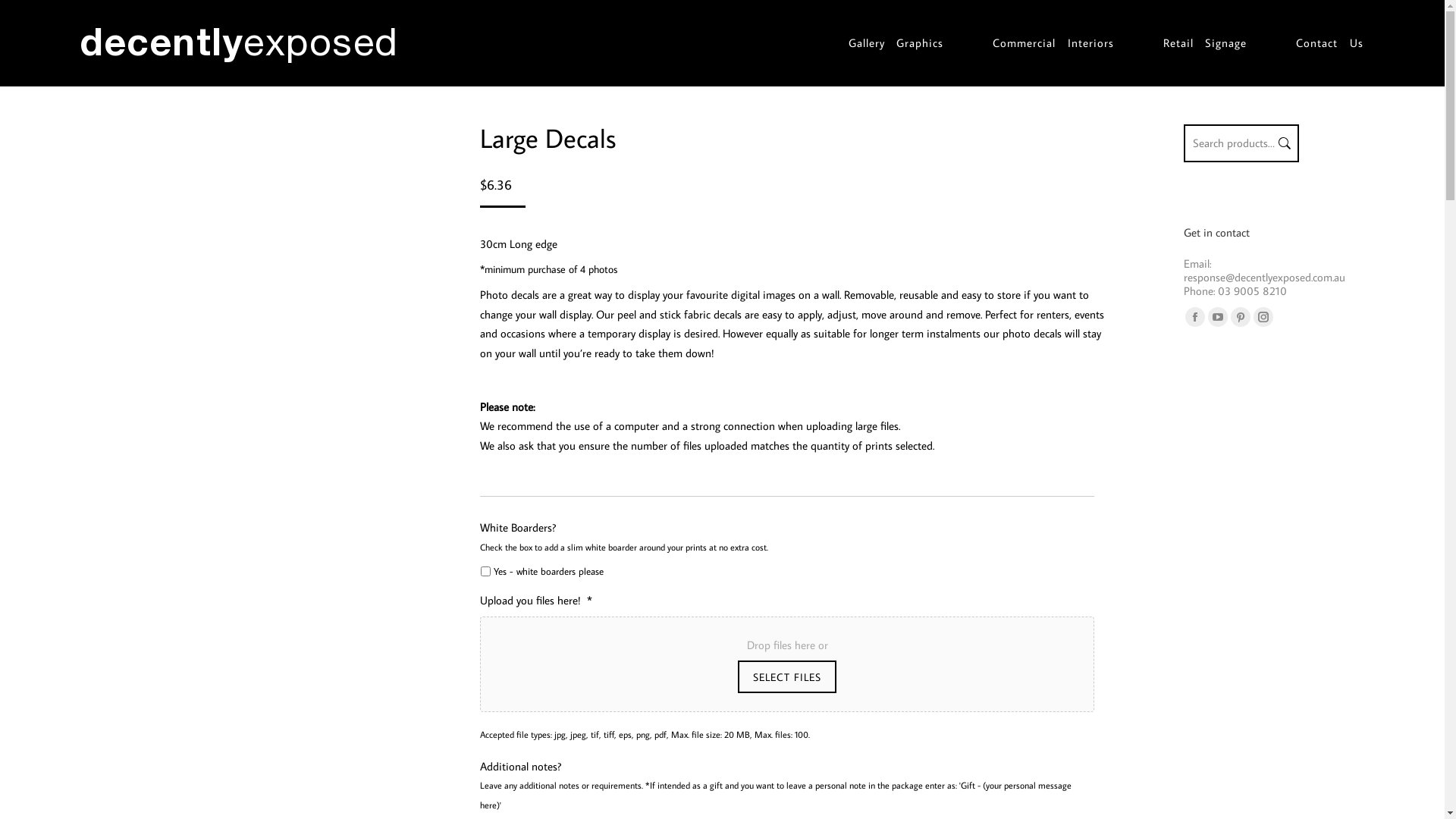  What do you see at coordinates (1294, 42) in the screenshot?
I see `'Contact Us'` at bounding box center [1294, 42].